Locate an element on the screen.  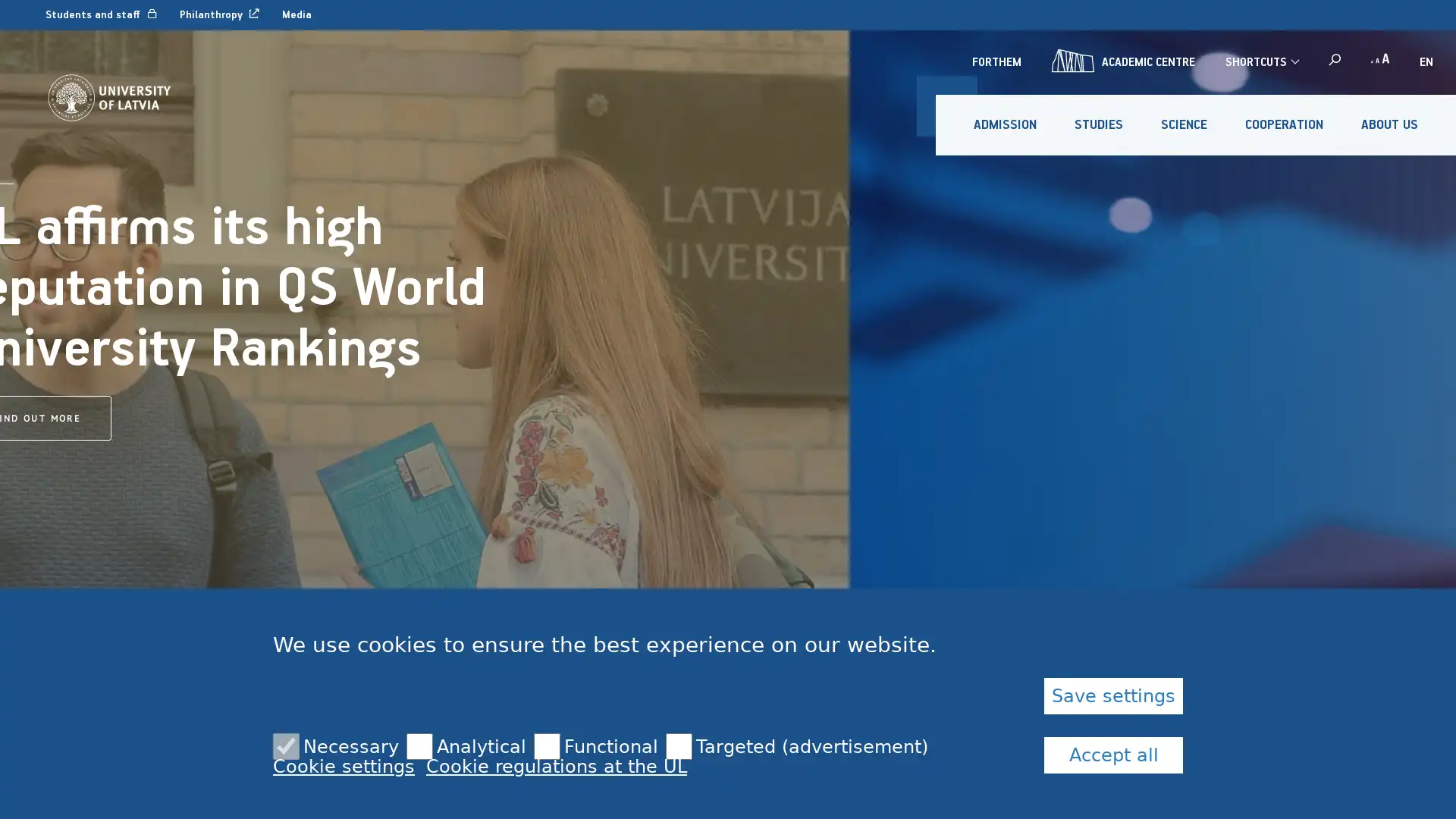
ABOUT US is located at coordinates (1389, 124).